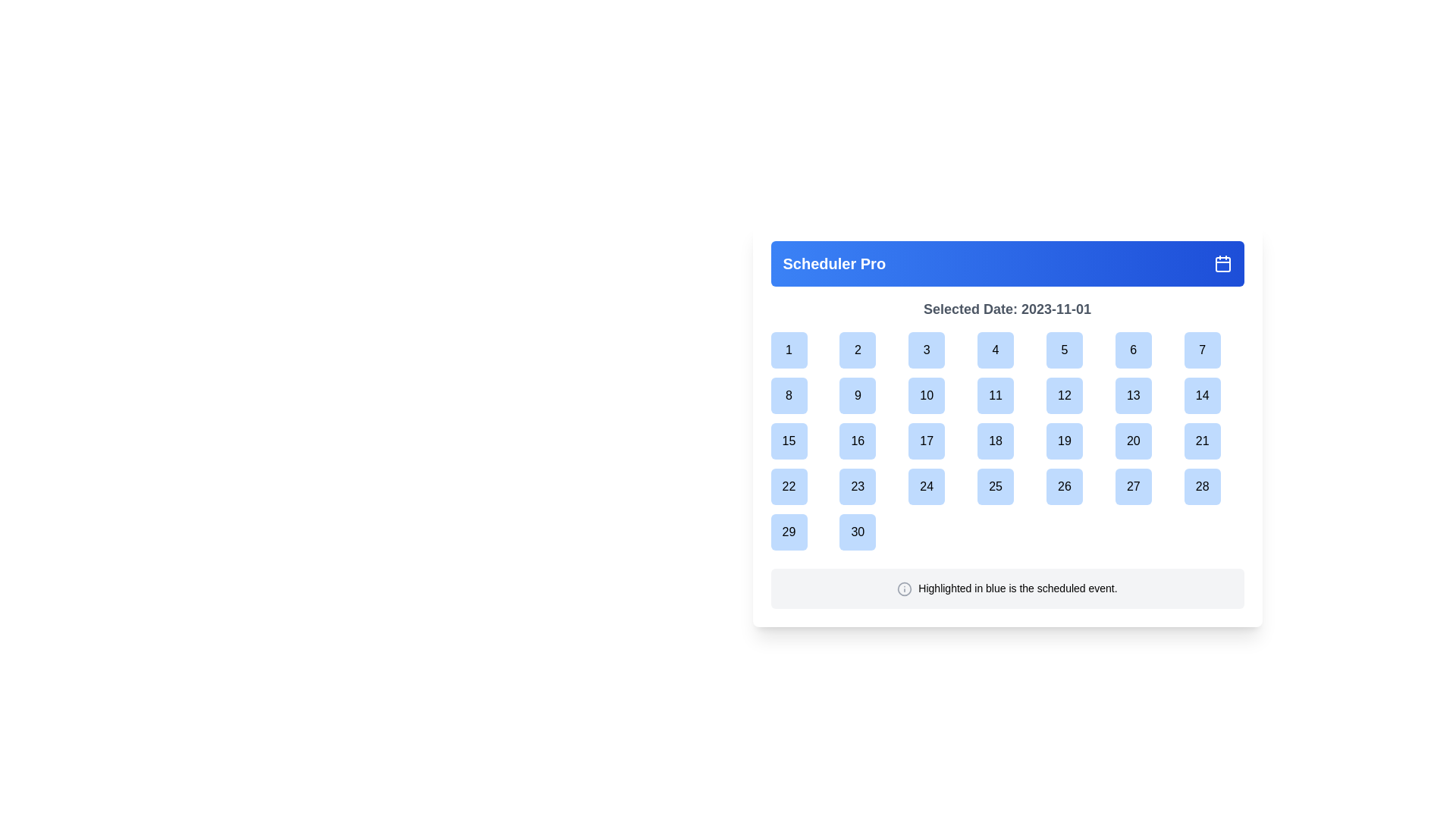 The width and height of the screenshot is (1456, 819). I want to click on the selectable calendar date button representing the 28th day of the month located in the last column of the last row of the calendar grid, so click(1201, 486).